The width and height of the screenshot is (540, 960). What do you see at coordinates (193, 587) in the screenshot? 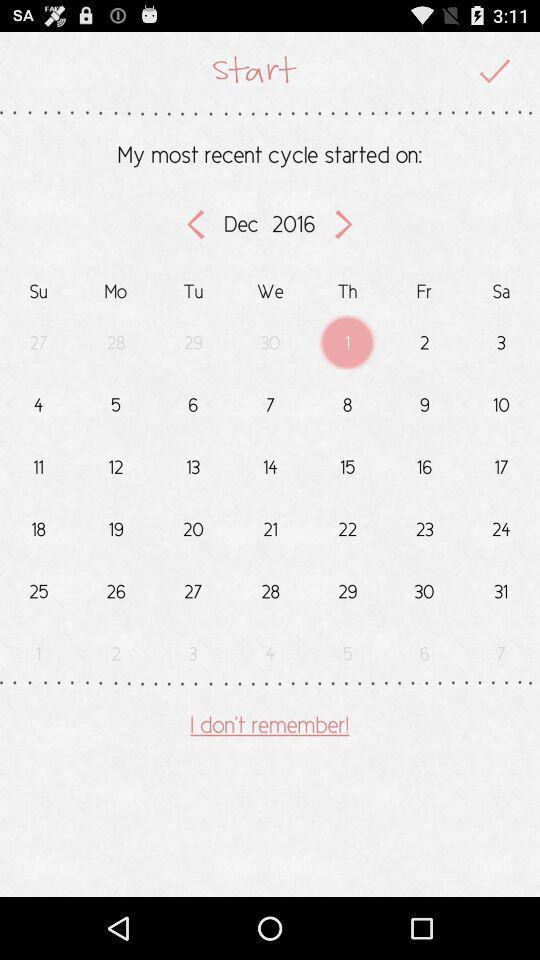
I see `the number 27` at bounding box center [193, 587].